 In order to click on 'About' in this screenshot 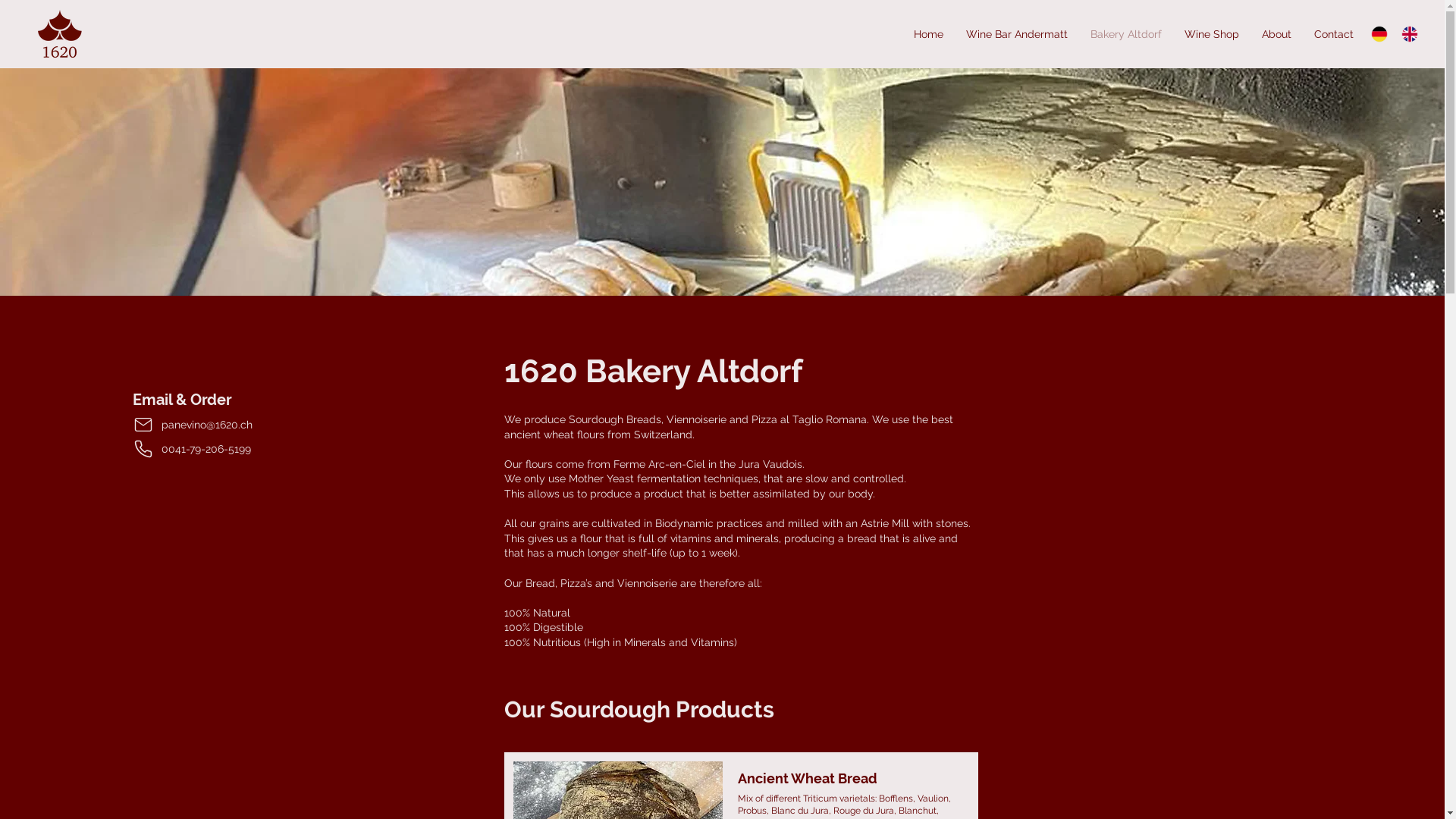, I will do `click(1276, 34)`.